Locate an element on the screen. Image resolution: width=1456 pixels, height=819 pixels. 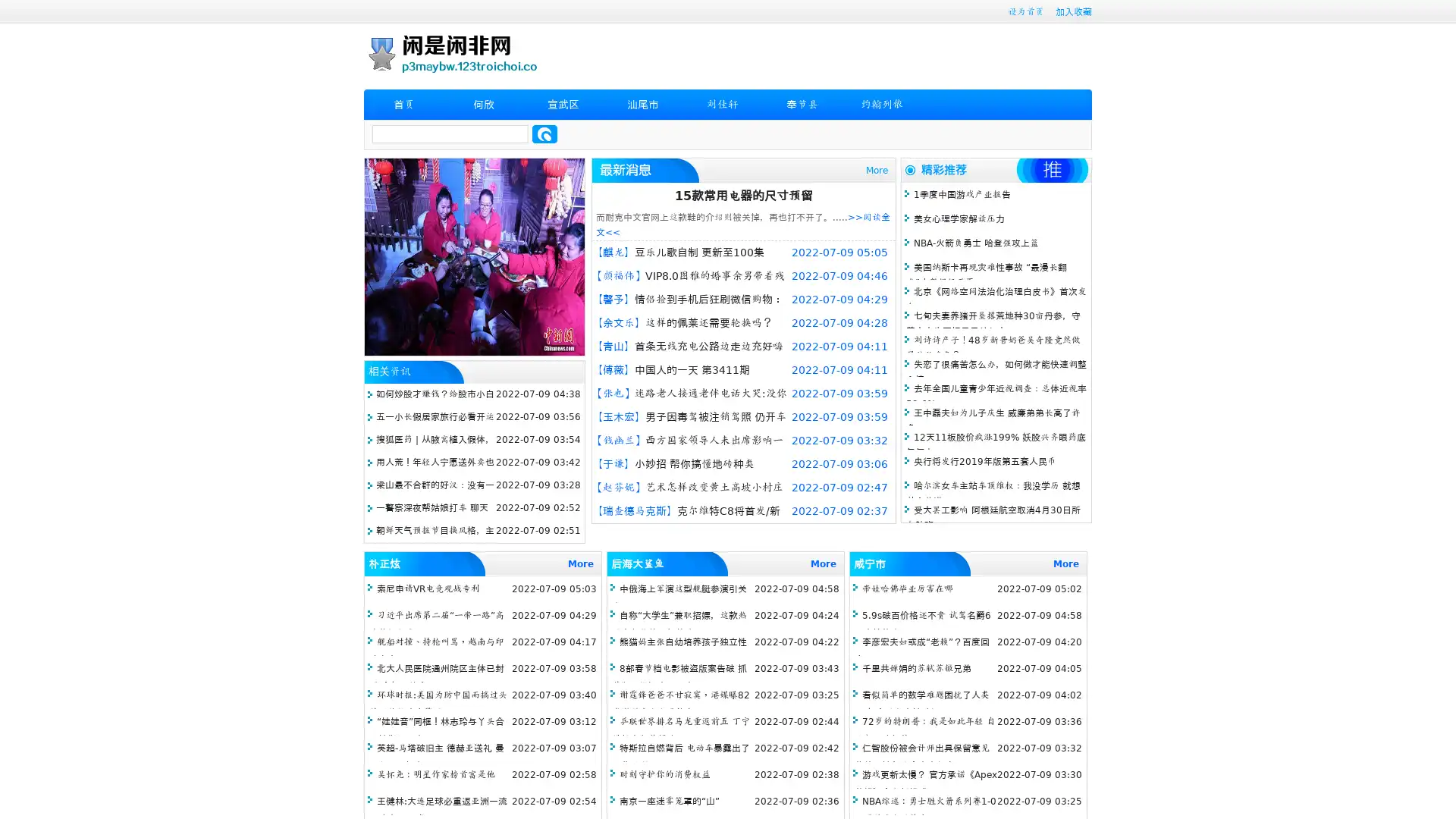
Search is located at coordinates (544, 133).